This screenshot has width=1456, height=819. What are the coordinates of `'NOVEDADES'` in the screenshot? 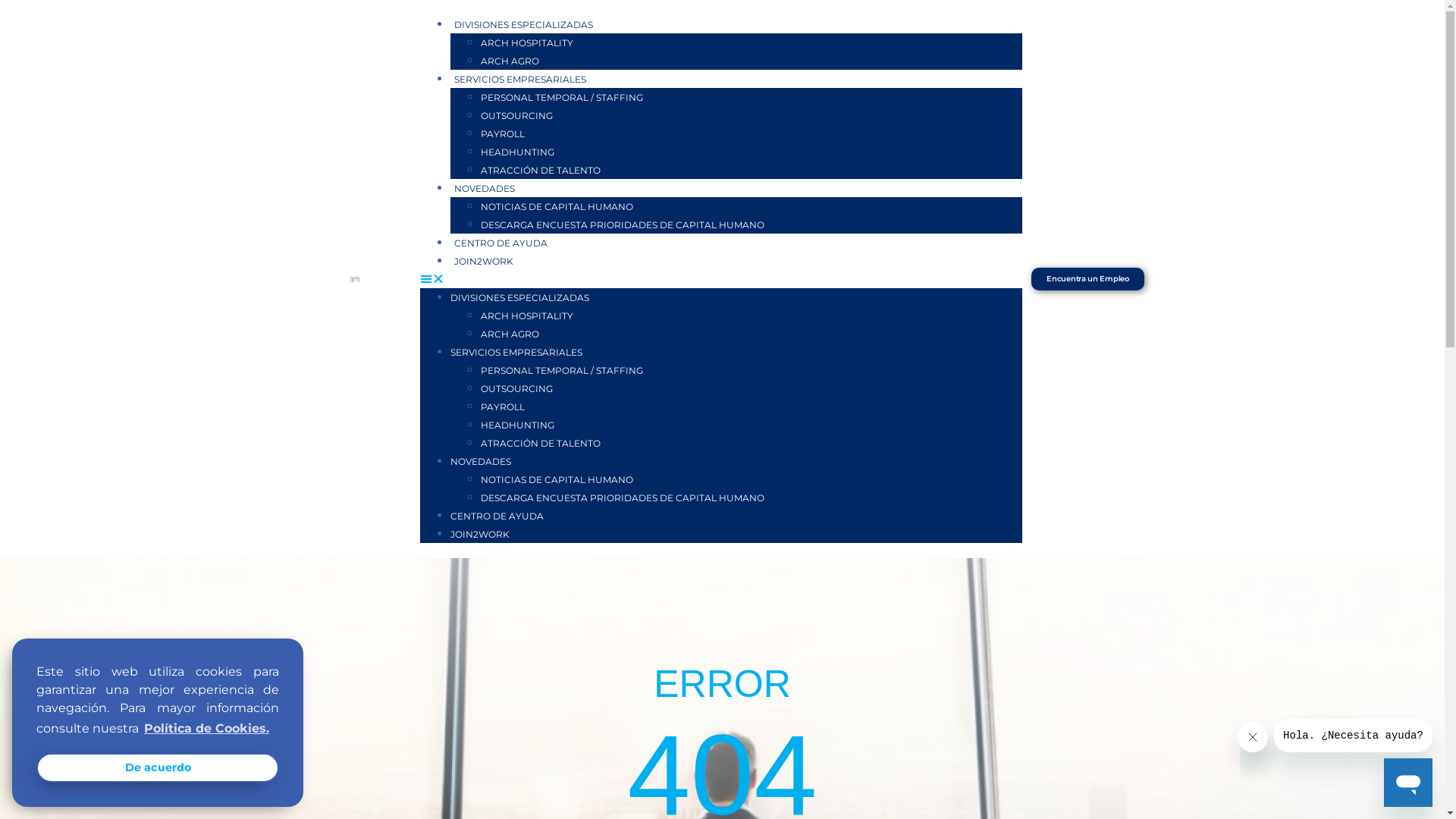 It's located at (479, 460).